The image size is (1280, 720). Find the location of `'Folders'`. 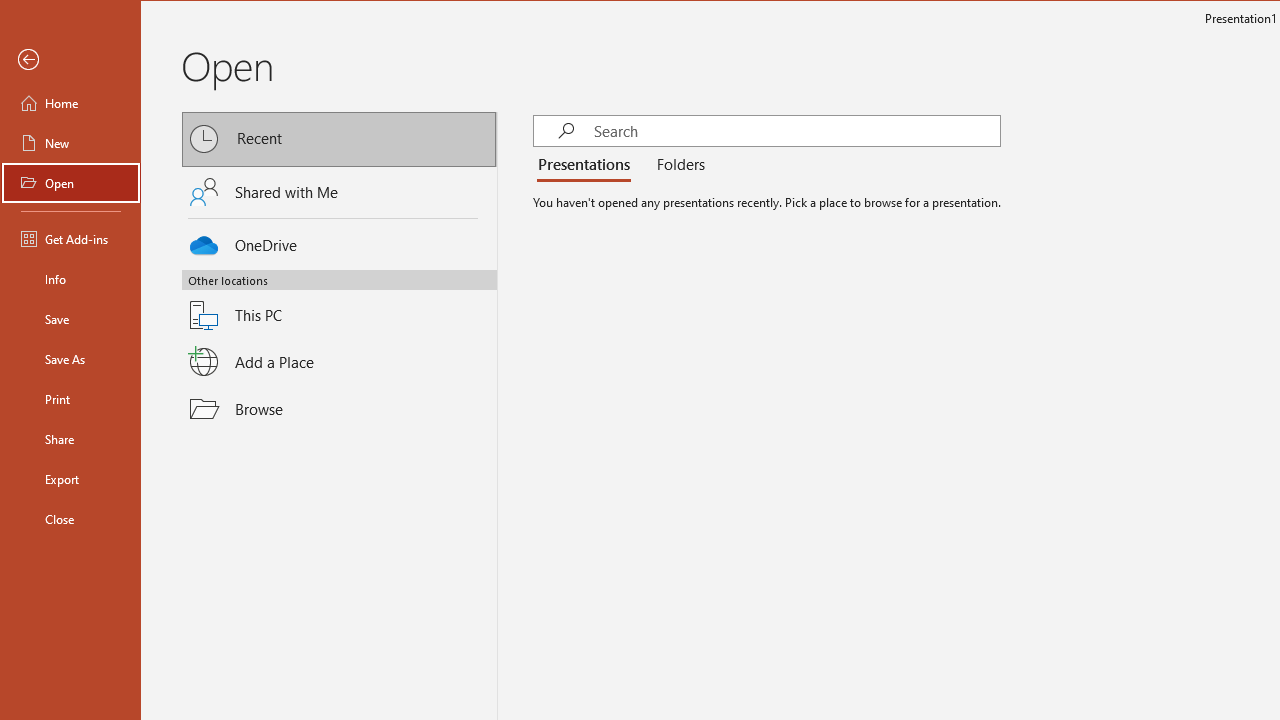

'Folders' is located at coordinates (676, 164).